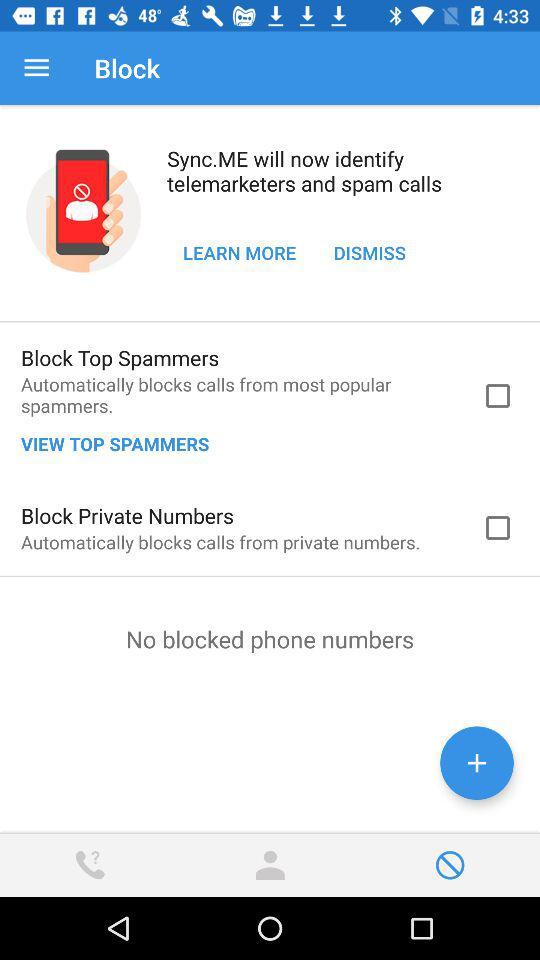 This screenshot has width=540, height=960. What do you see at coordinates (475, 762) in the screenshot?
I see `icon below no blocked phone icon` at bounding box center [475, 762].